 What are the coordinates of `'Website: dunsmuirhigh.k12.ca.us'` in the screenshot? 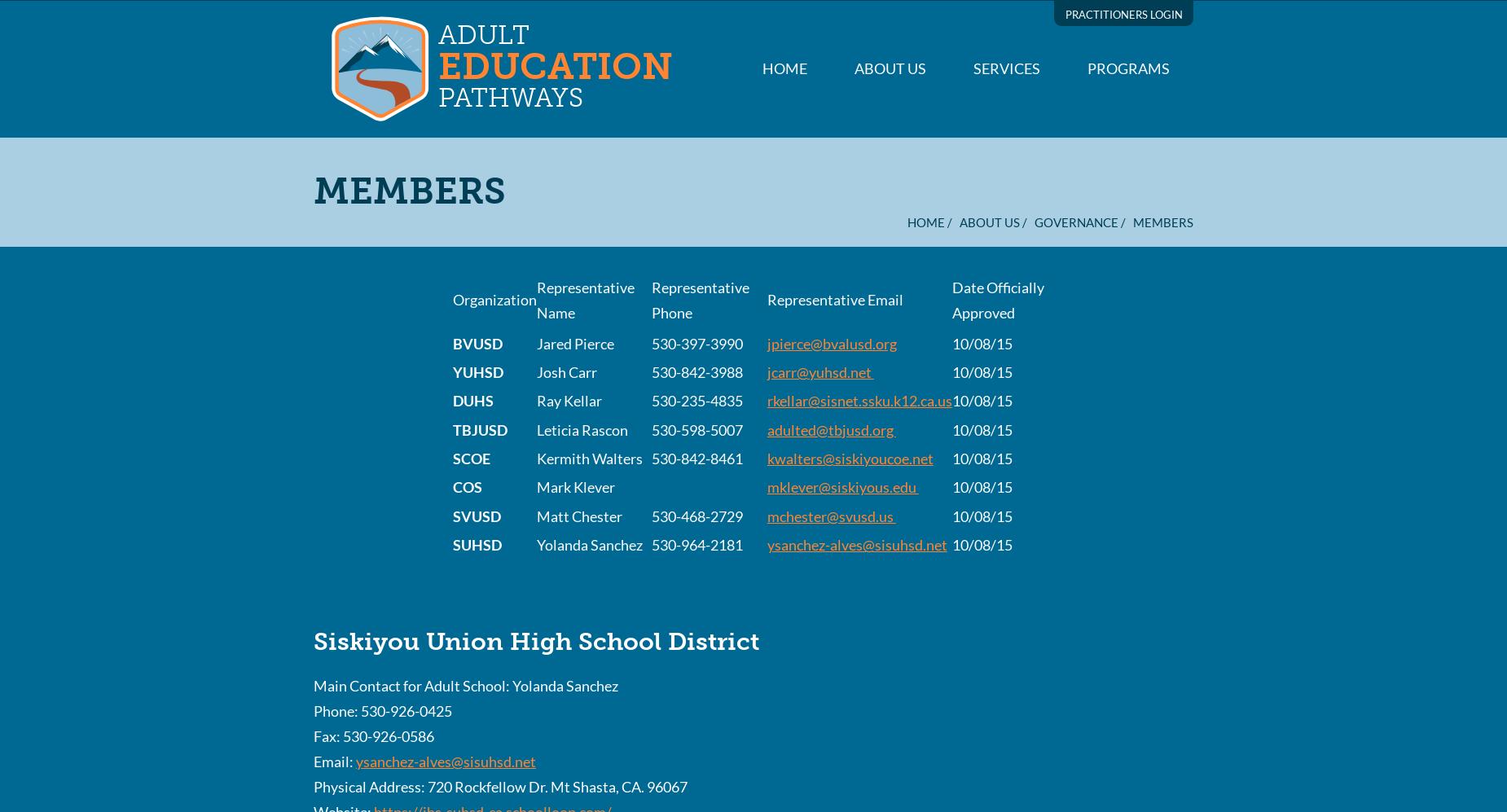 It's located at (312, 307).